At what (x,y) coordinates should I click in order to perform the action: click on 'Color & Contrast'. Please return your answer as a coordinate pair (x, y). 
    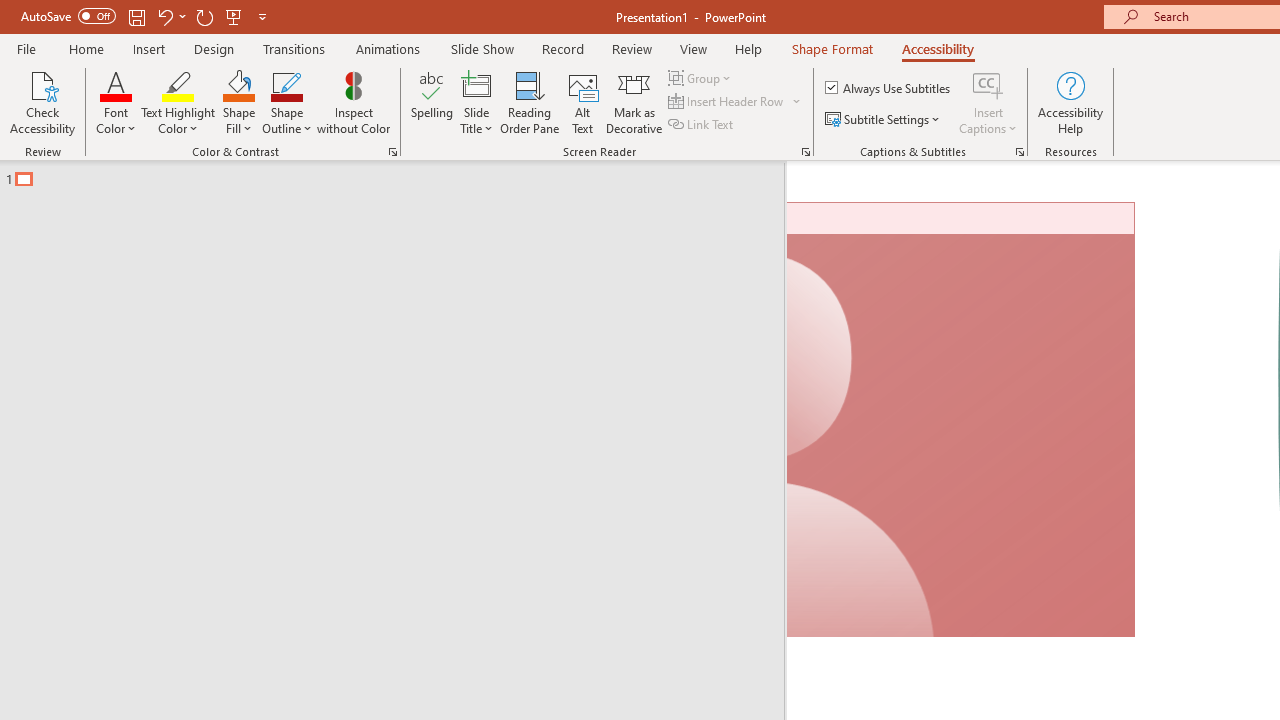
    Looking at the image, I should click on (392, 150).